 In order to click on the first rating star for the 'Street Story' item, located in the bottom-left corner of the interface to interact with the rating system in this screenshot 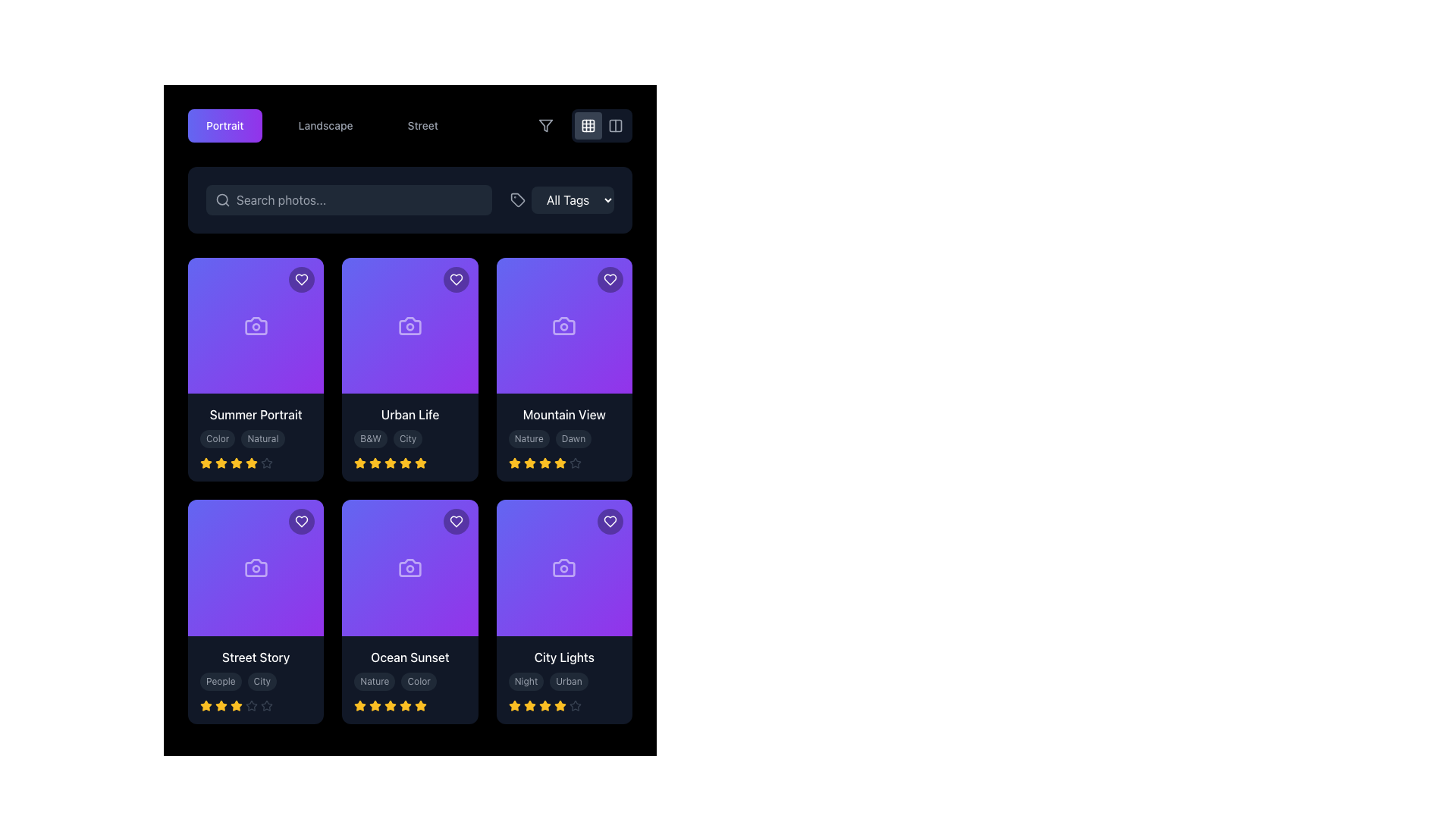, I will do `click(221, 705)`.